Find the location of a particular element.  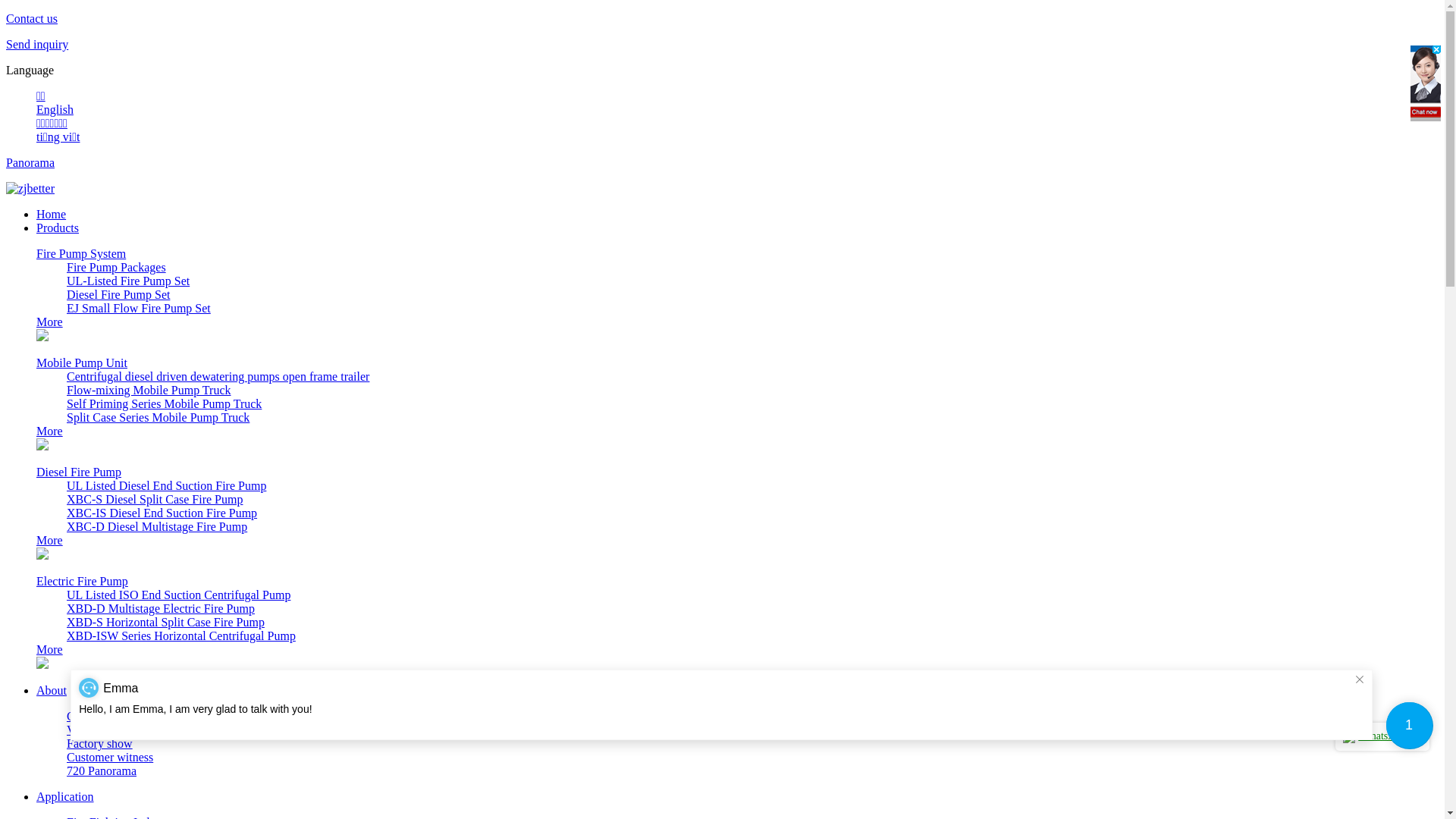

'XBC-S Diesel Split Case Fire Pump' is located at coordinates (154, 499).